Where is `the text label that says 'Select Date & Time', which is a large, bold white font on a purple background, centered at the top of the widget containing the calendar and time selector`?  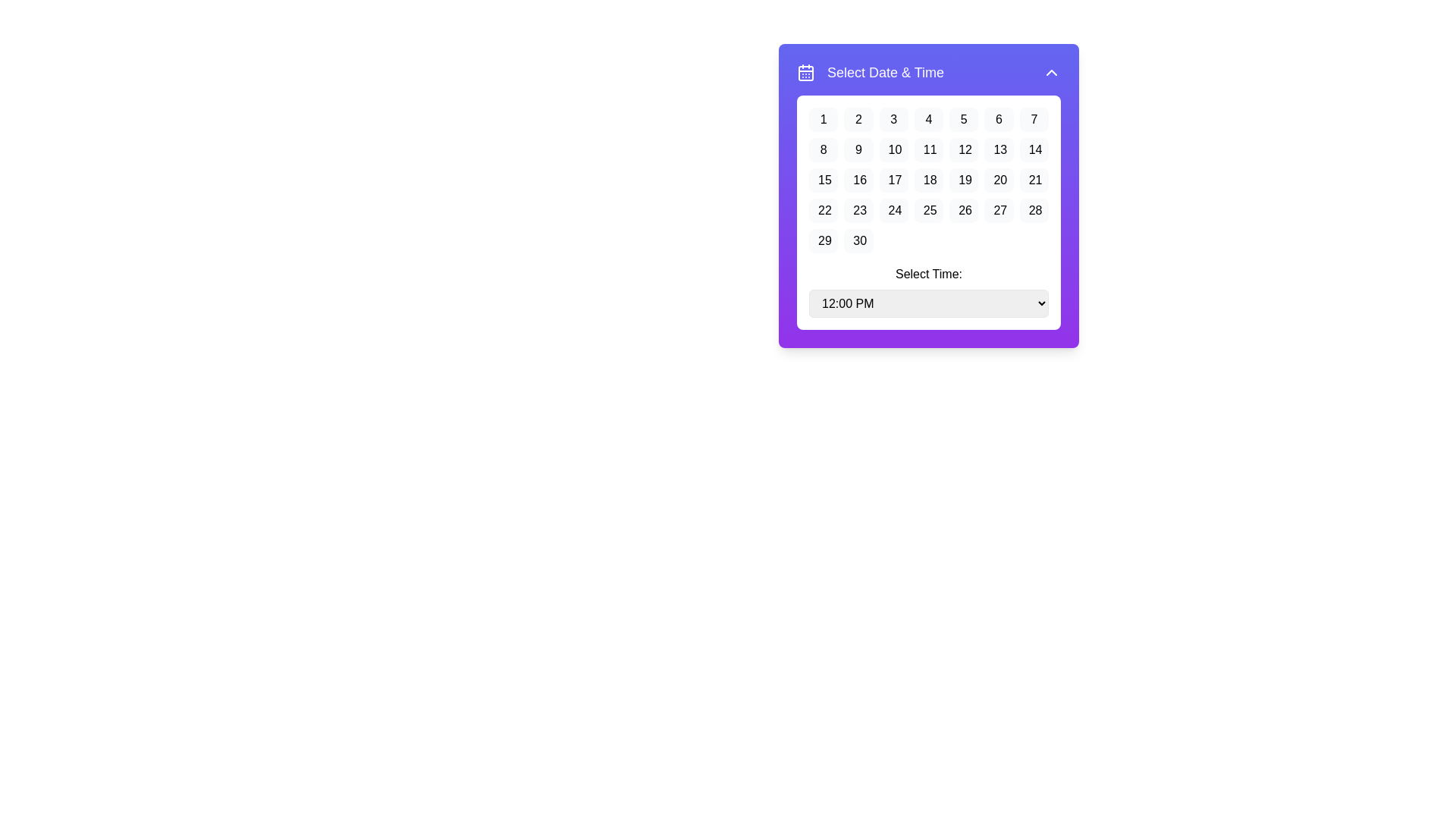 the text label that says 'Select Date & Time', which is a large, bold white font on a purple background, centered at the top of the widget containing the calendar and time selector is located at coordinates (886, 73).